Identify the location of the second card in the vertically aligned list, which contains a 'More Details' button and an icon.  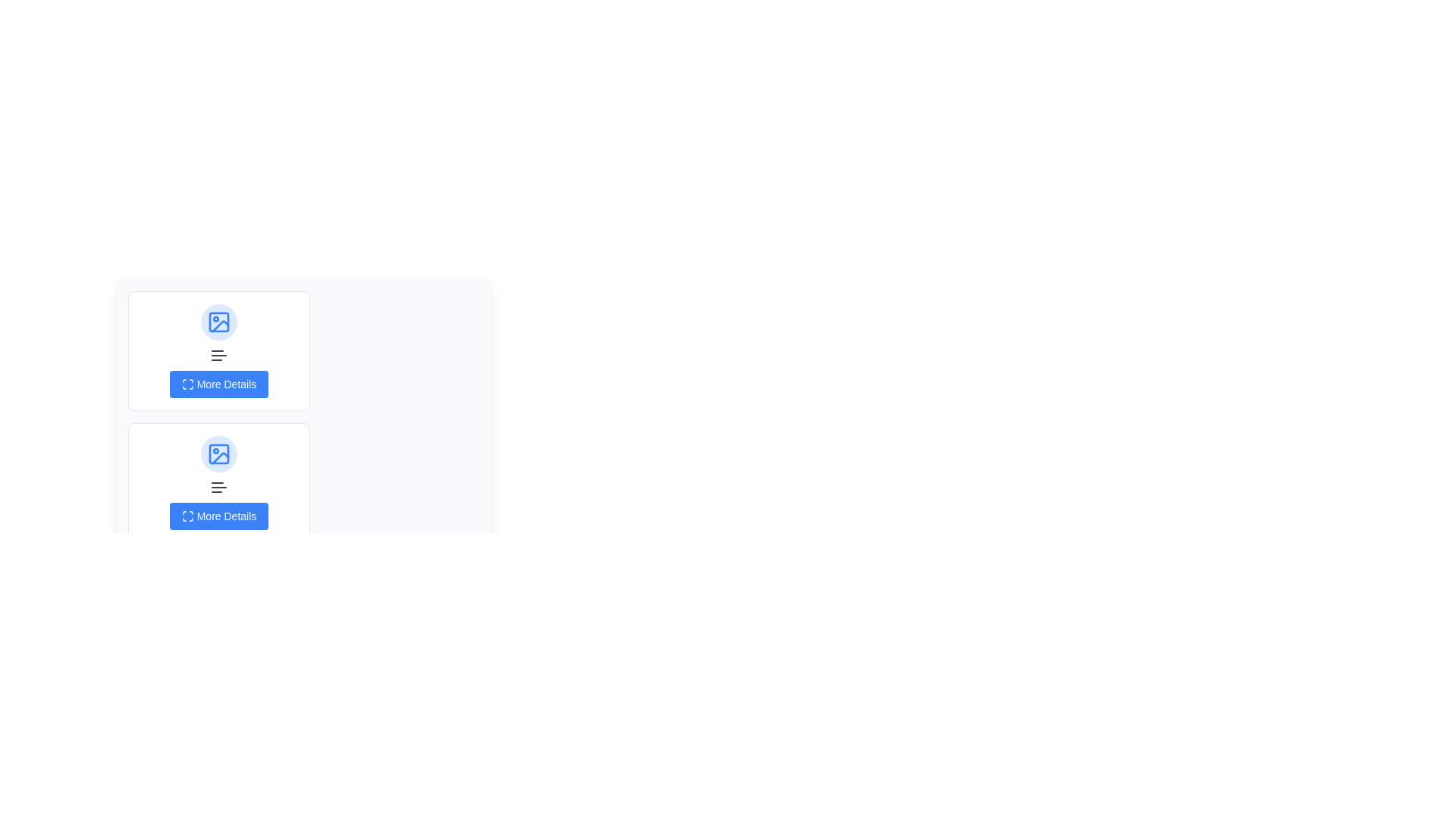
(218, 482).